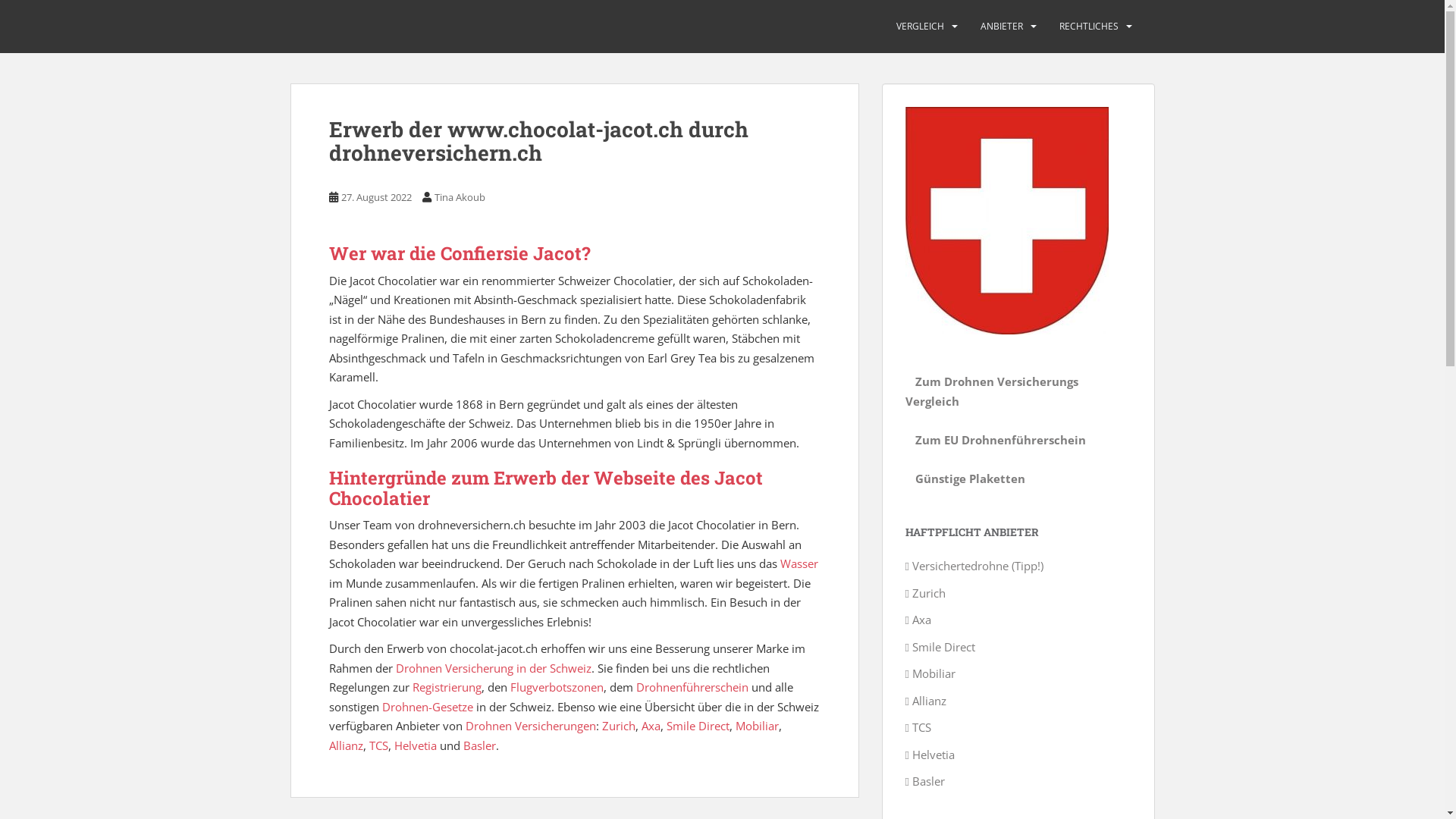 The width and height of the screenshot is (1456, 819). Describe the element at coordinates (368, 745) in the screenshot. I see `'TCS'` at that location.